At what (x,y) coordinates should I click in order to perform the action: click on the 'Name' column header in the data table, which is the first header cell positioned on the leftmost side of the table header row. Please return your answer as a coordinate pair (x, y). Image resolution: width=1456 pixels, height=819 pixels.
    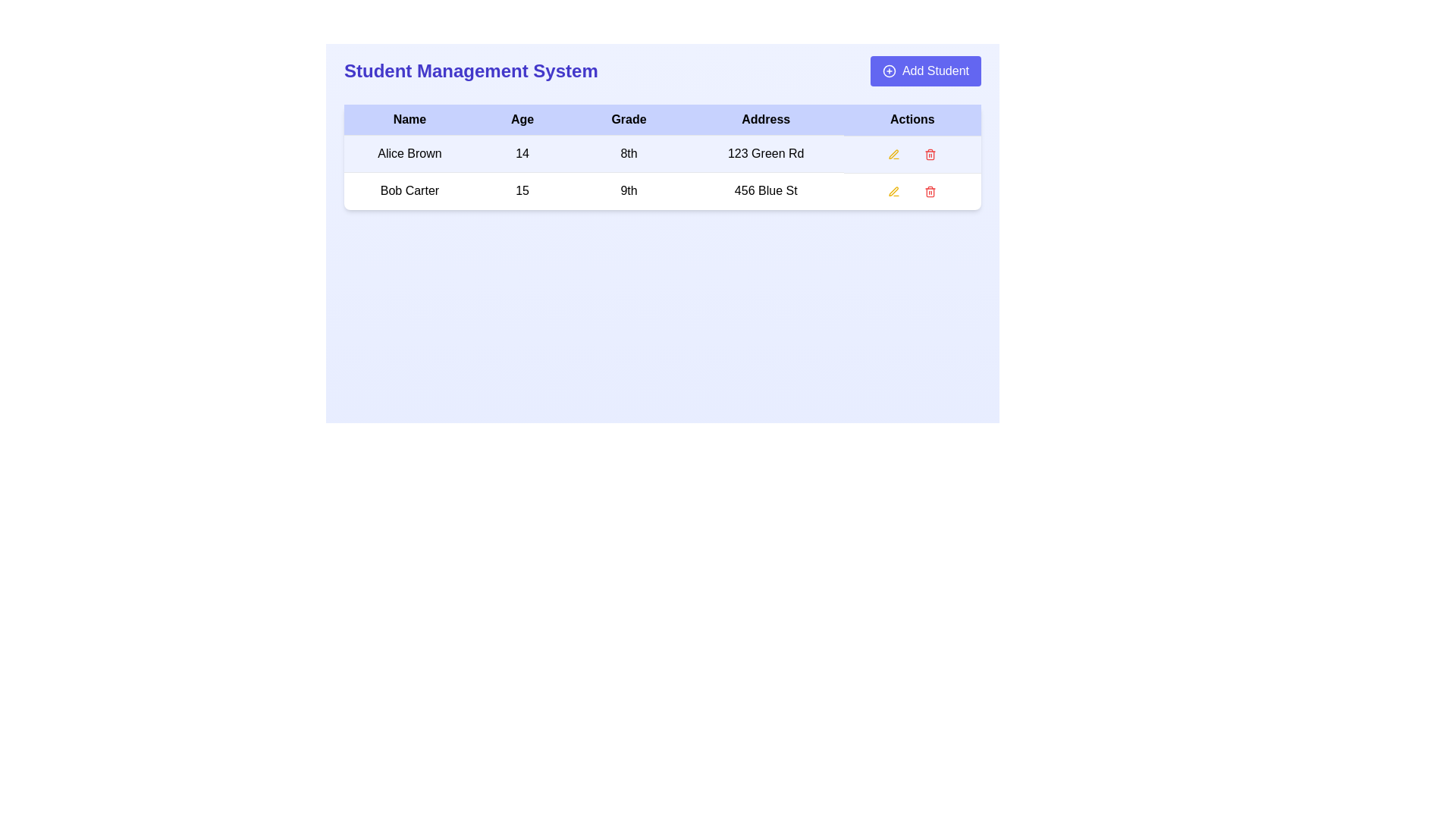
    Looking at the image, I should click on (409, 119).